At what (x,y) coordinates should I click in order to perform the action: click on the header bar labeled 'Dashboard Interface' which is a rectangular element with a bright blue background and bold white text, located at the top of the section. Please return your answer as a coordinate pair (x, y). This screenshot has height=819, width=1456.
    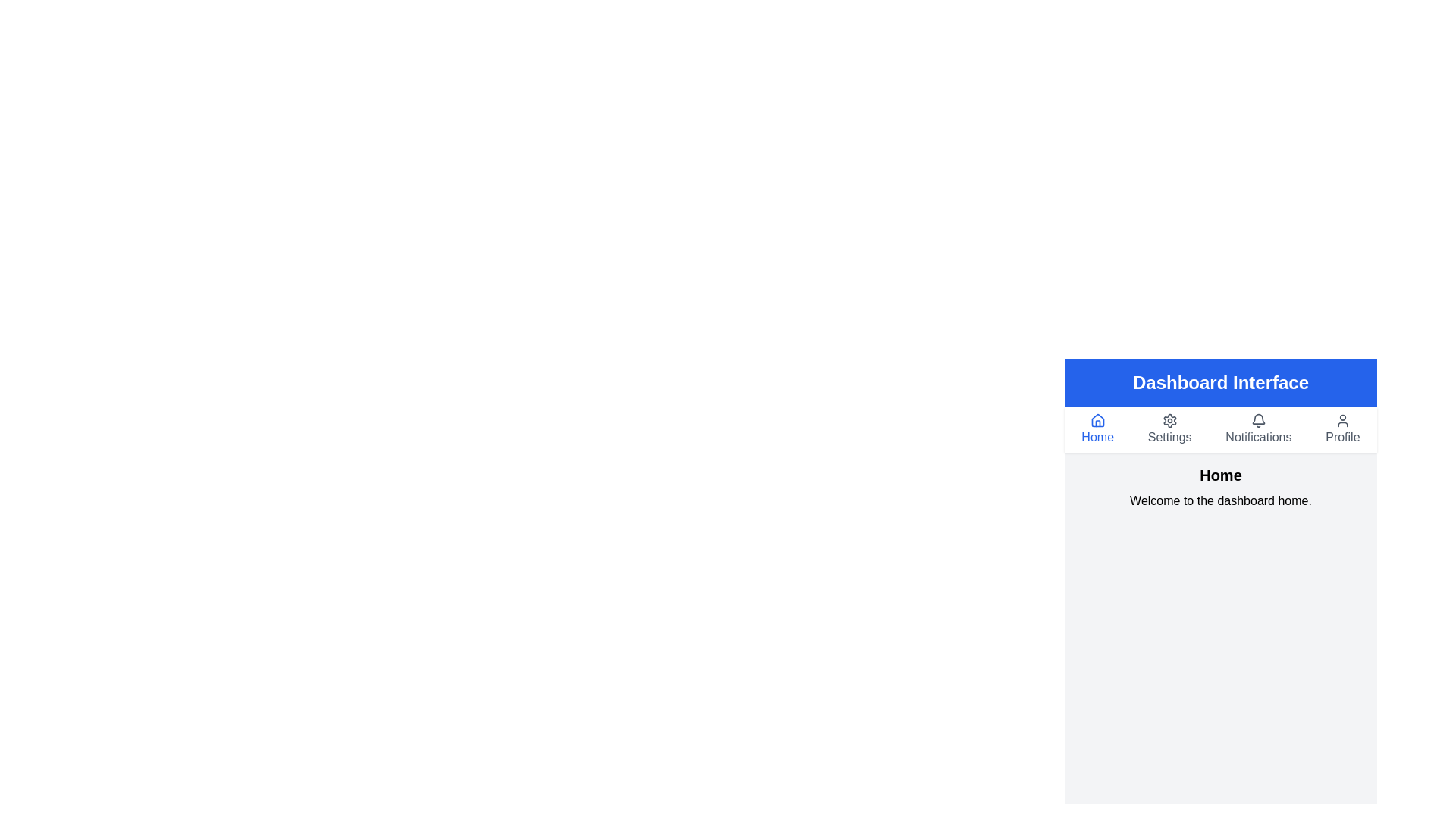
    Looking at the image, I should click on (1220, 382).